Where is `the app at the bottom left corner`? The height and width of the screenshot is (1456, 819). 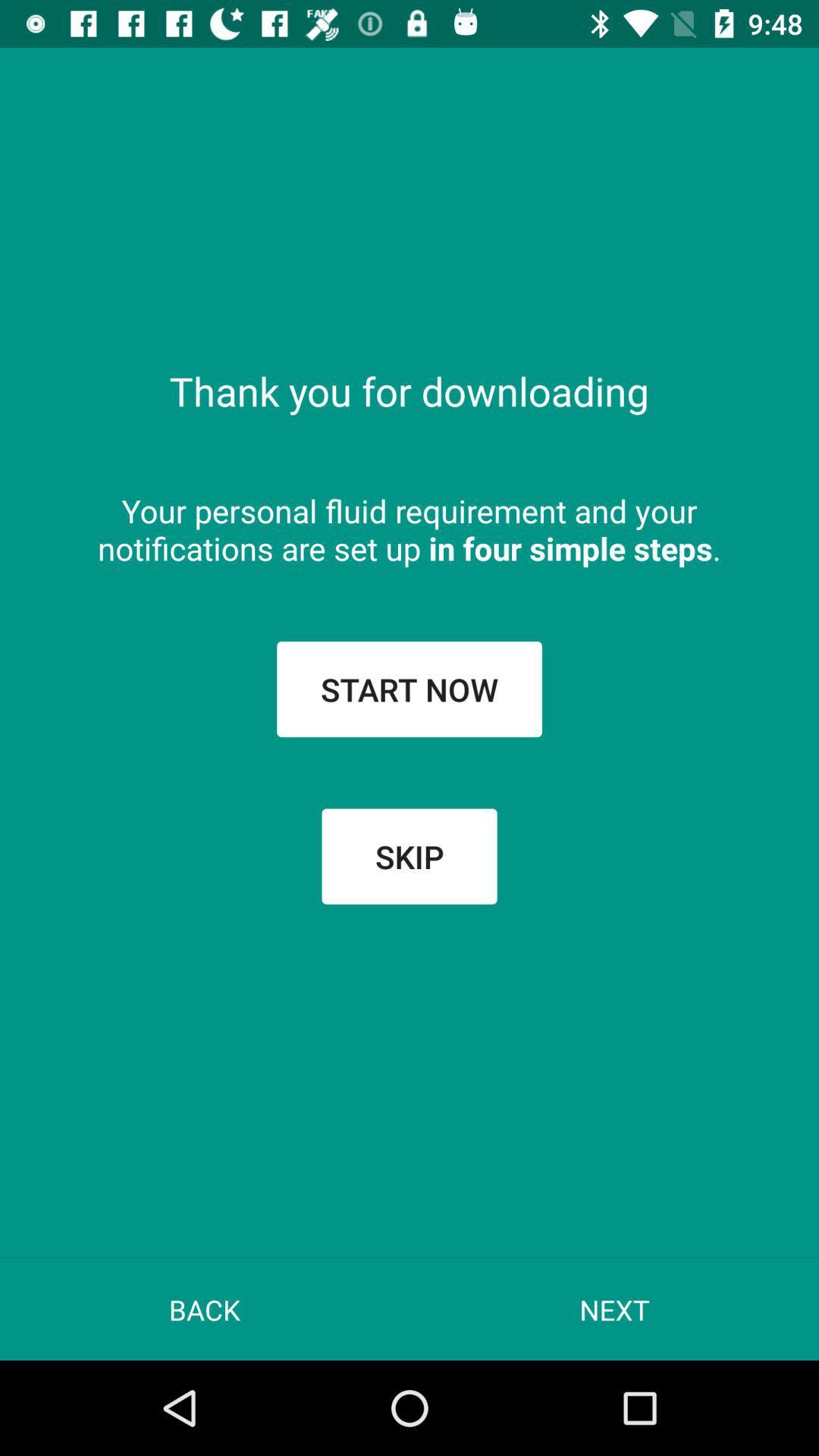
the app at the bottom left corner is located at coordinates (205, 1309).